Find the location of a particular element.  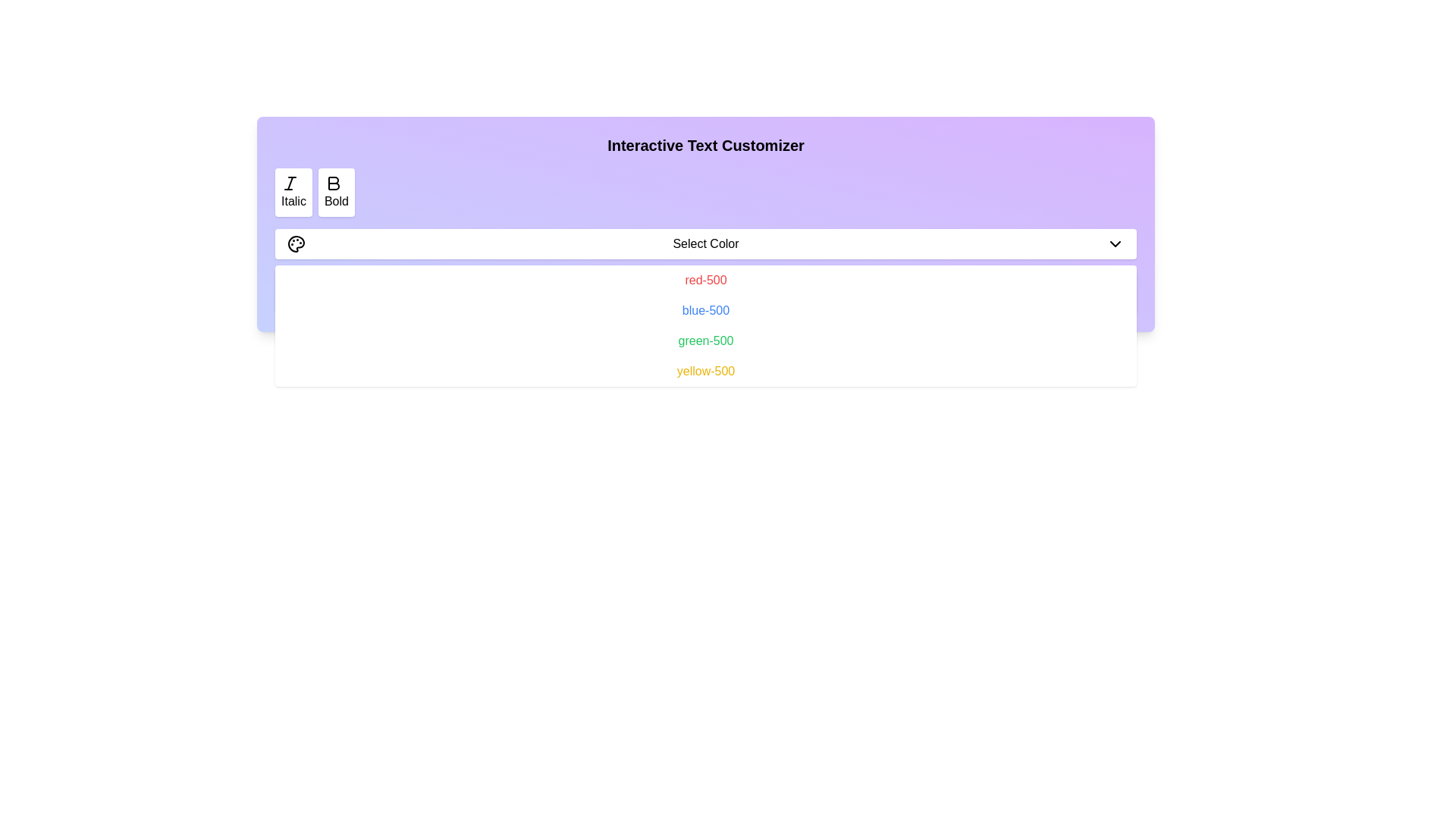

to select the 'red-500' option, which is the first item in the dropdown menu of the 'Interactive Text Customizer' component is located at coordinates (705, 281).